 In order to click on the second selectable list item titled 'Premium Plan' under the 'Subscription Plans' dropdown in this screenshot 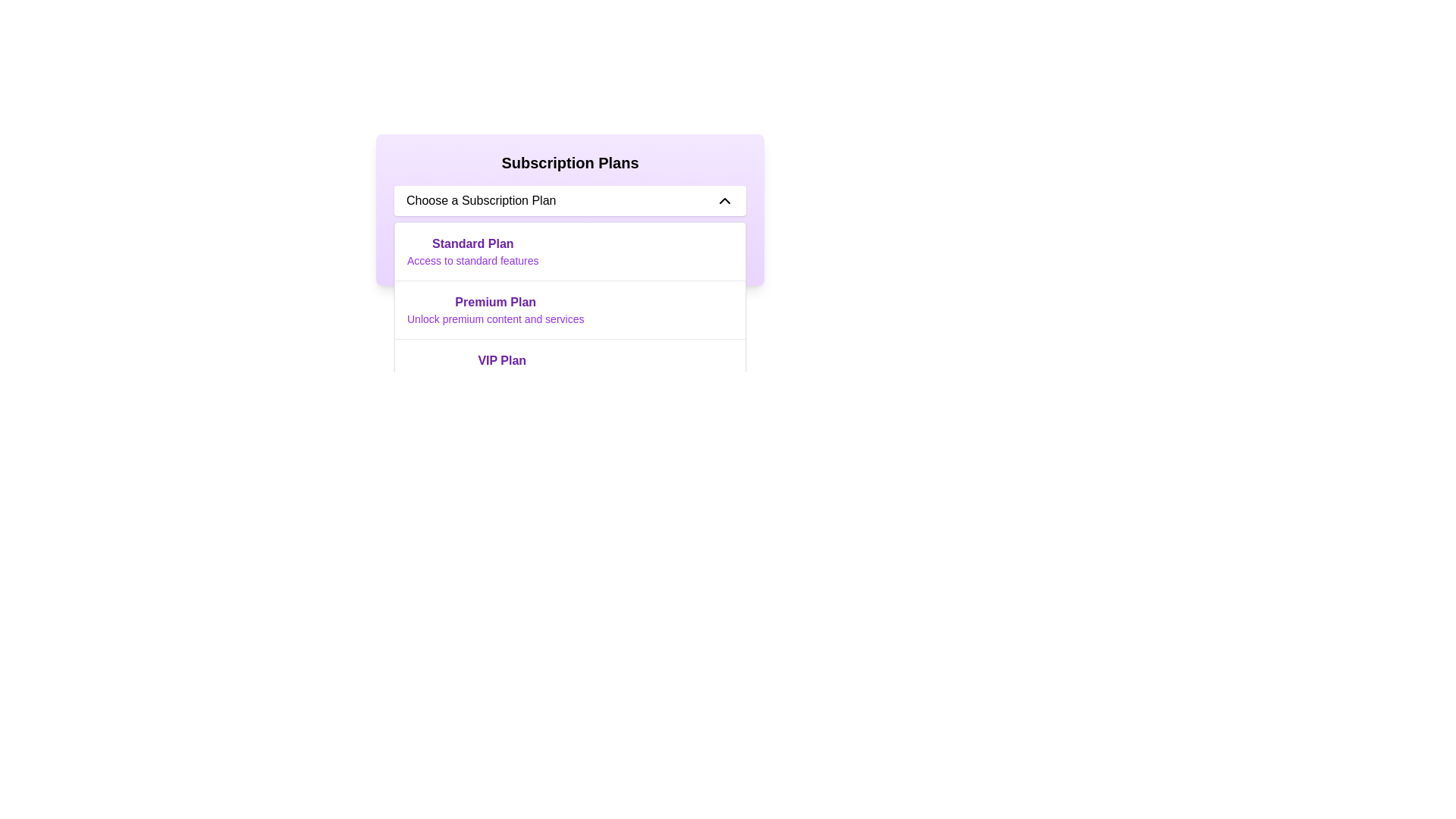, I will do `click(570, 309)`.